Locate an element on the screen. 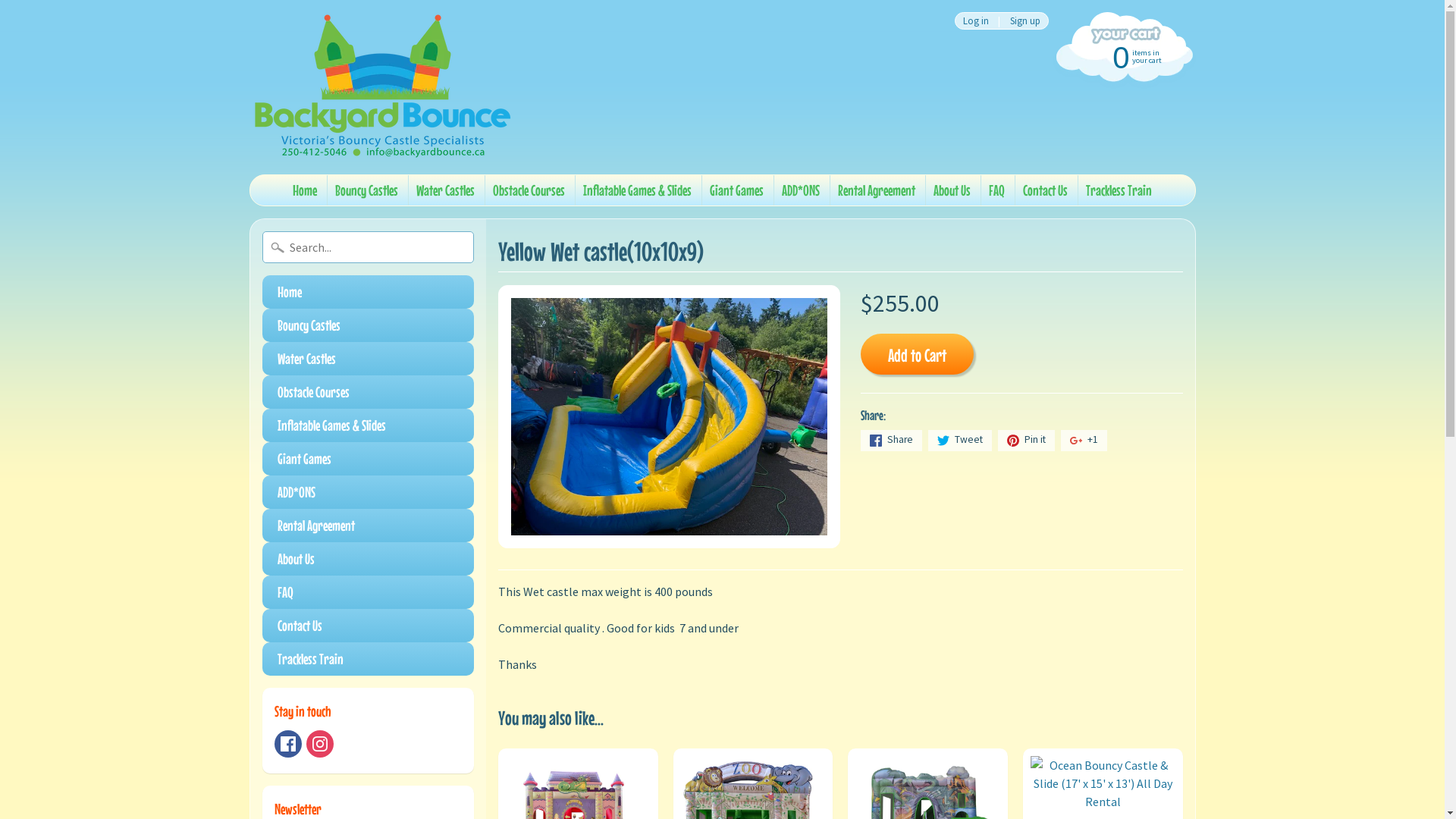 The image size is (1456, 819). 'Facebook' is located at coordinates (287, 742).